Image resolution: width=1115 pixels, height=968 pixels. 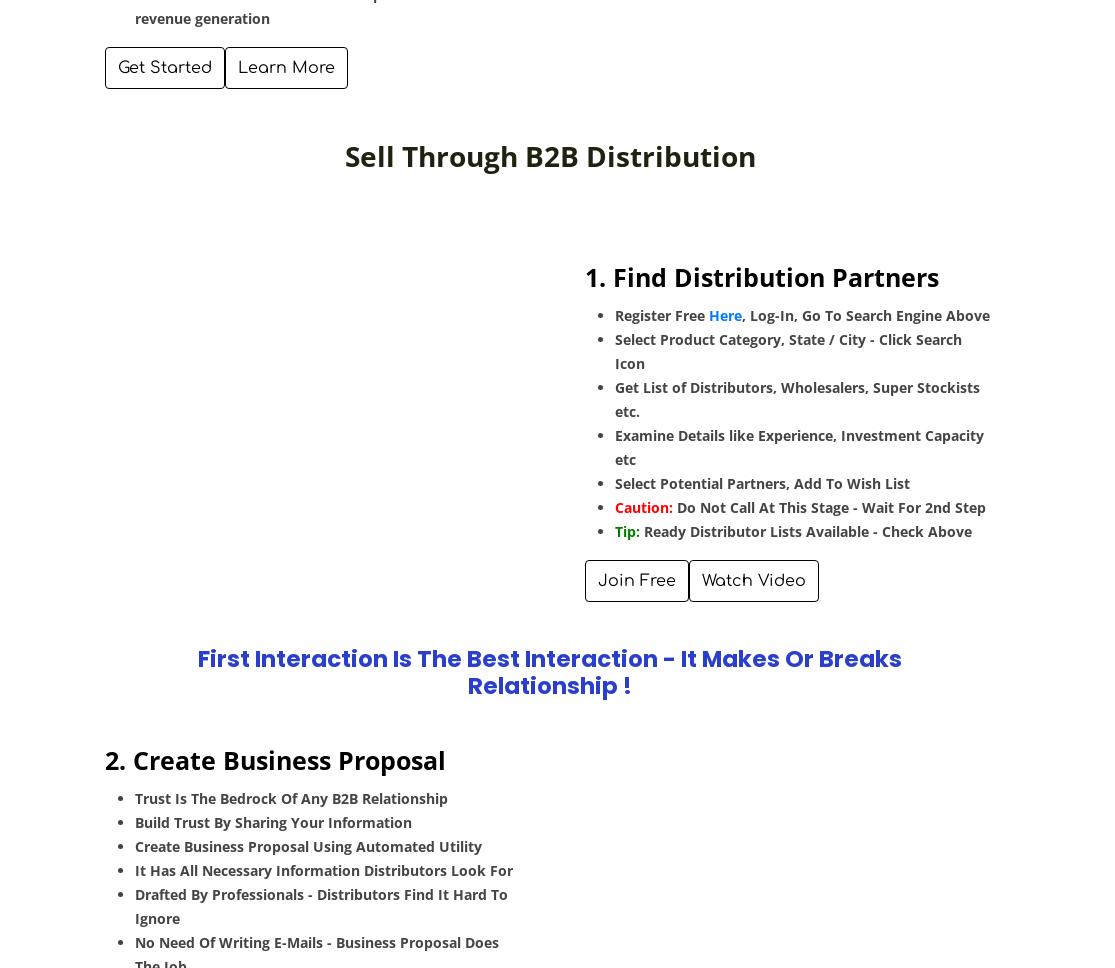 I want to click on 'Get List of Distributors, Wholesalers, Super Stockists etc.', so click(x=796, y=397).